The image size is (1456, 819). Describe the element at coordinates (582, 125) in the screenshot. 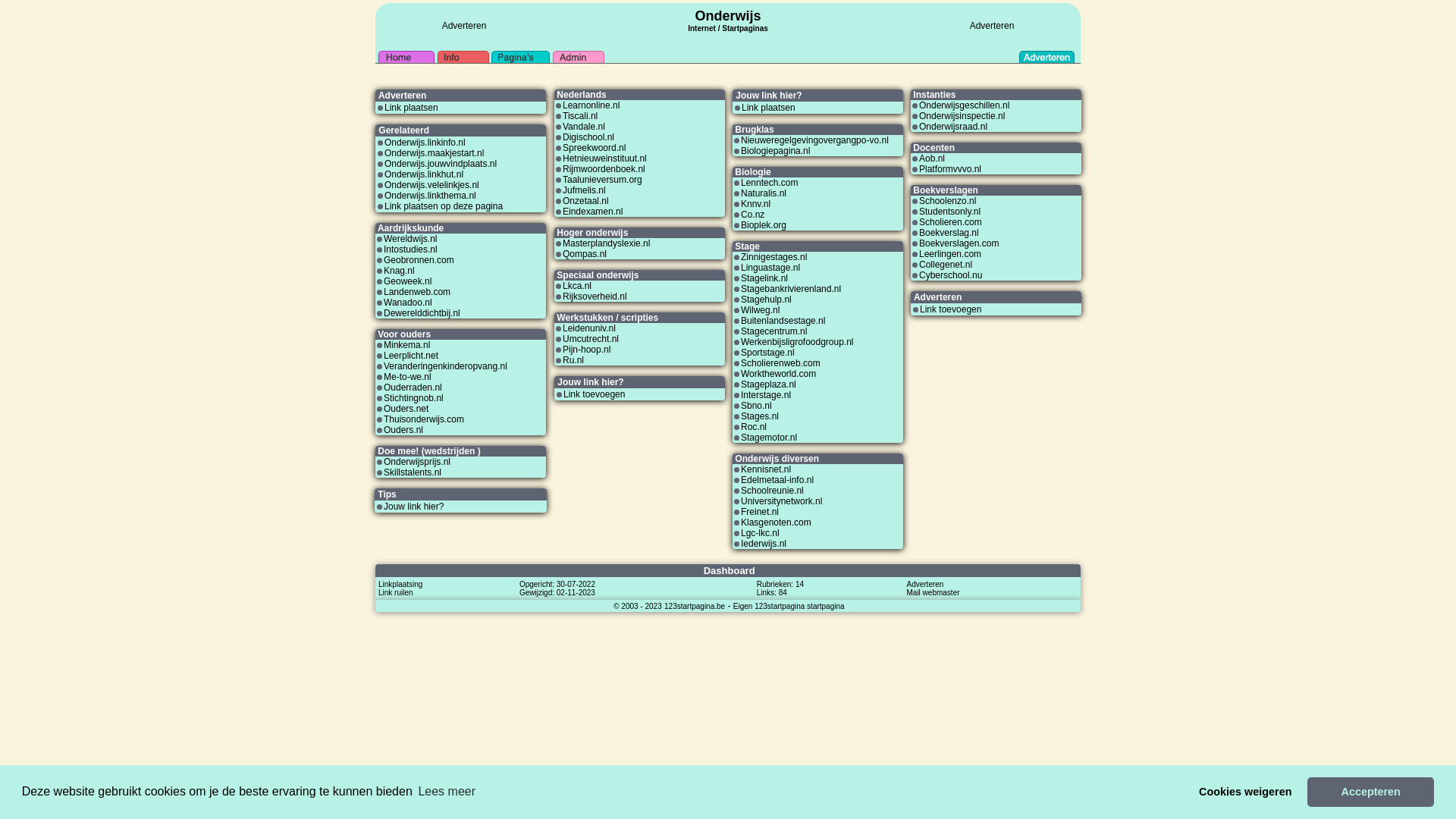

I see `'Vandale.nl'` at that location.